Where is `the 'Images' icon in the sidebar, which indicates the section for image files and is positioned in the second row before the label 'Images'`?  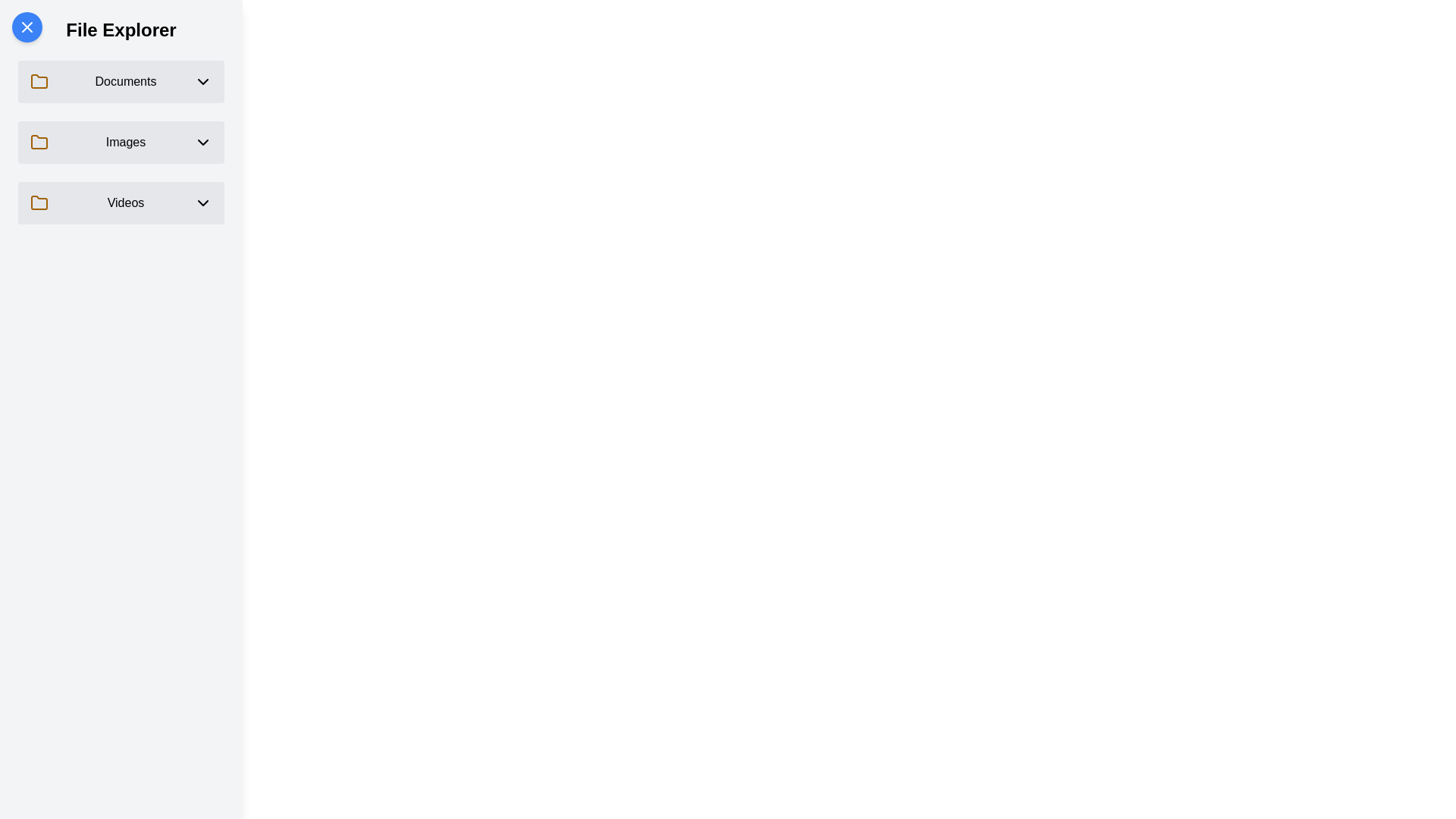 the 'Images' icon in the sidebar, which indicates the section for image files and is positioned in the second row before the label 'Images' is located at coordinates (39, 142).